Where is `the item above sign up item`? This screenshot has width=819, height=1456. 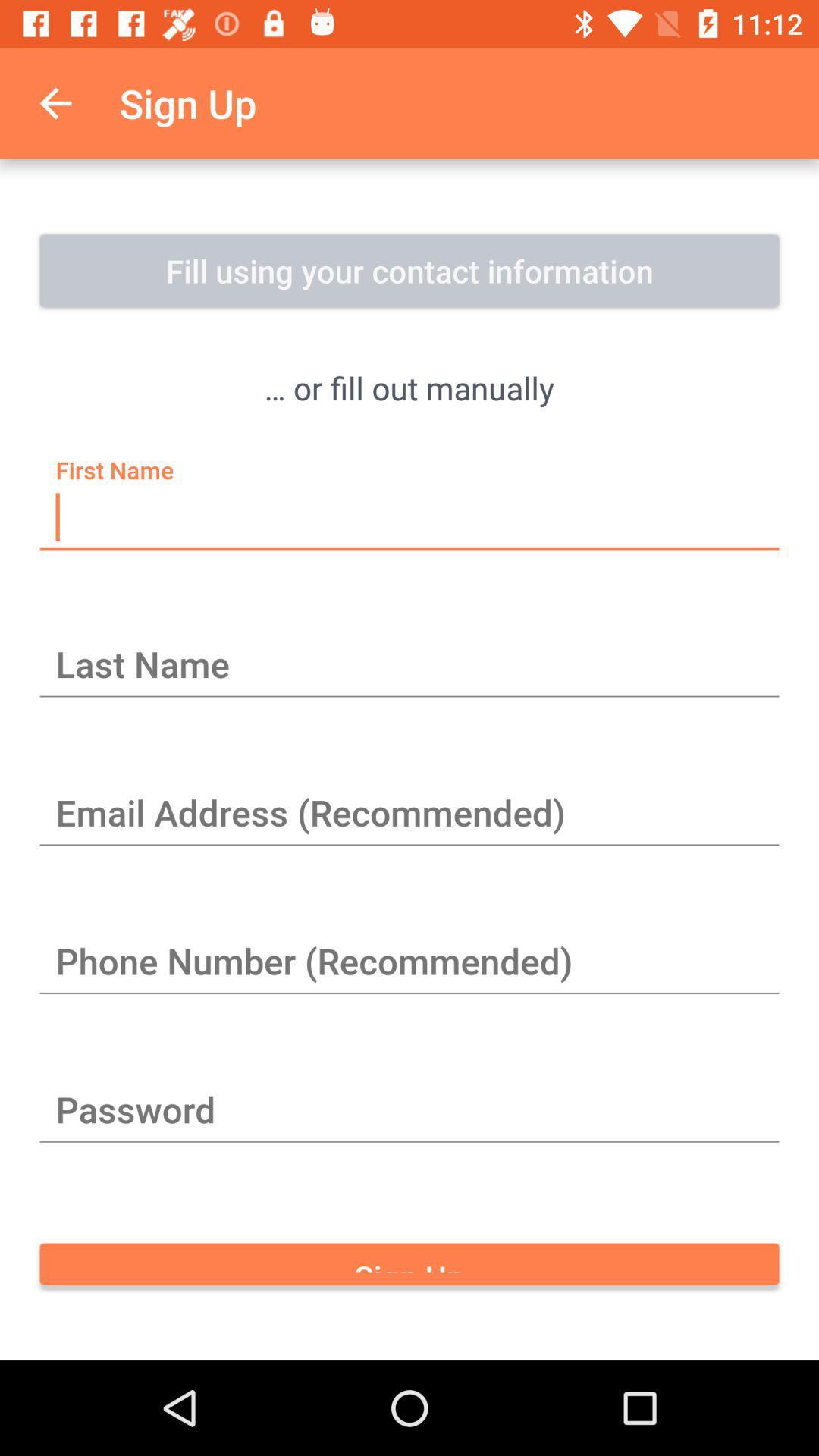
the item above sign up item is located at coordinates (409, 1112).